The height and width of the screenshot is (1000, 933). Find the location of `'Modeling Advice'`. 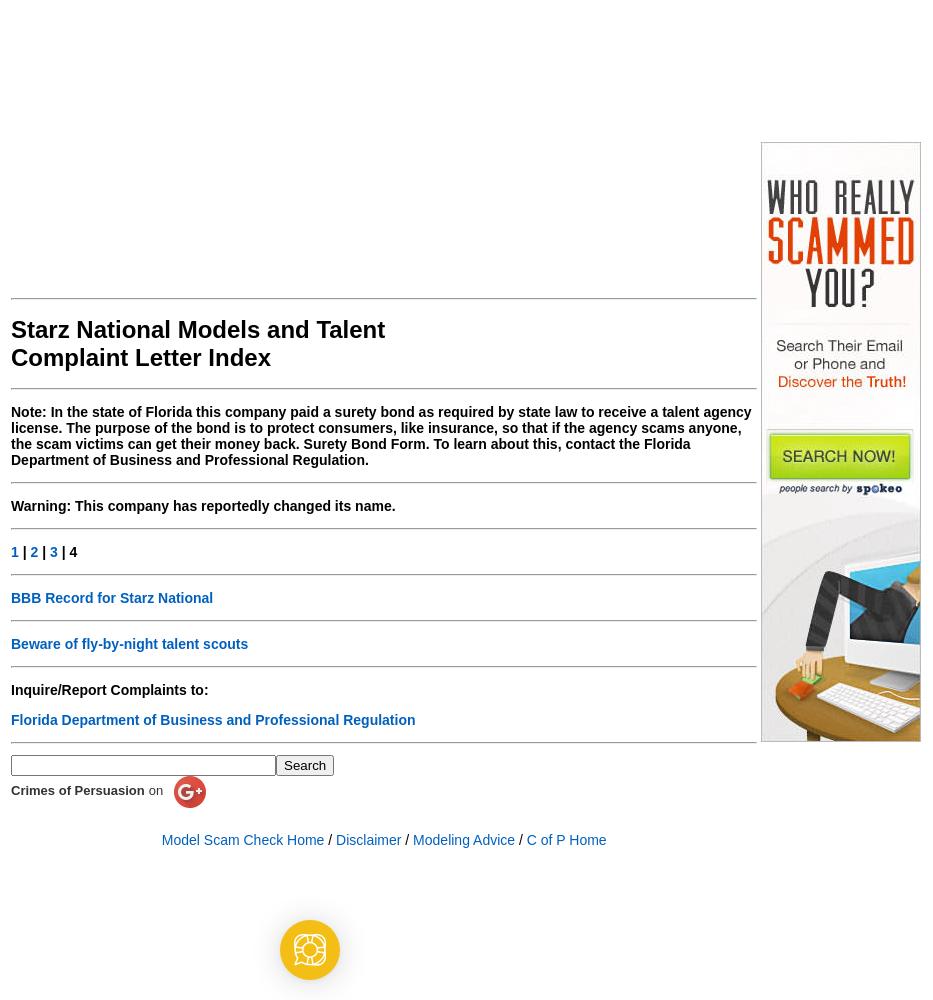

'Modeling Advice' is located at coordinates (462, 839).